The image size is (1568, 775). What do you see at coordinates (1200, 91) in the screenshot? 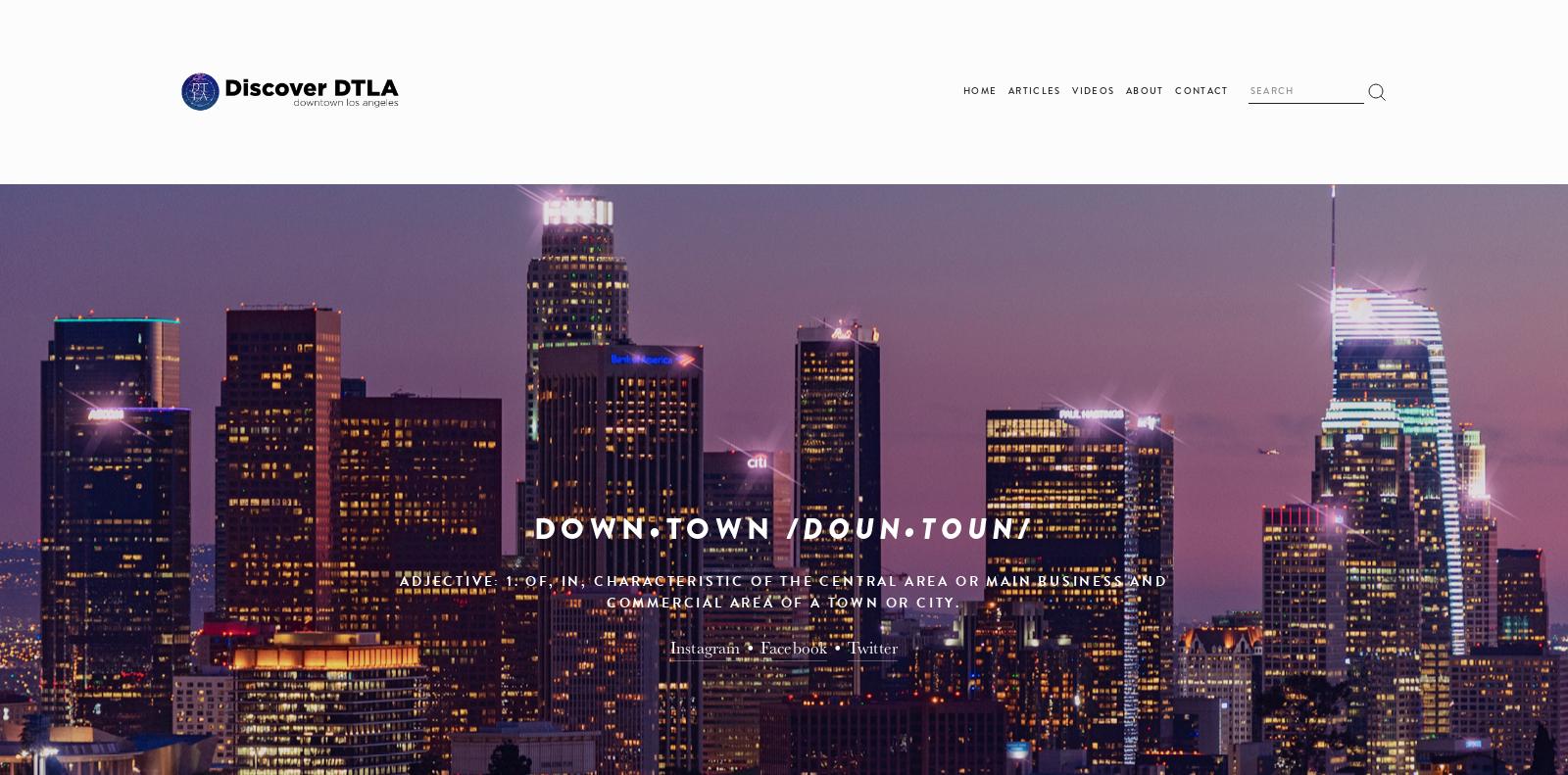
I see `'Contact'` at bounding box center [1200, 91].